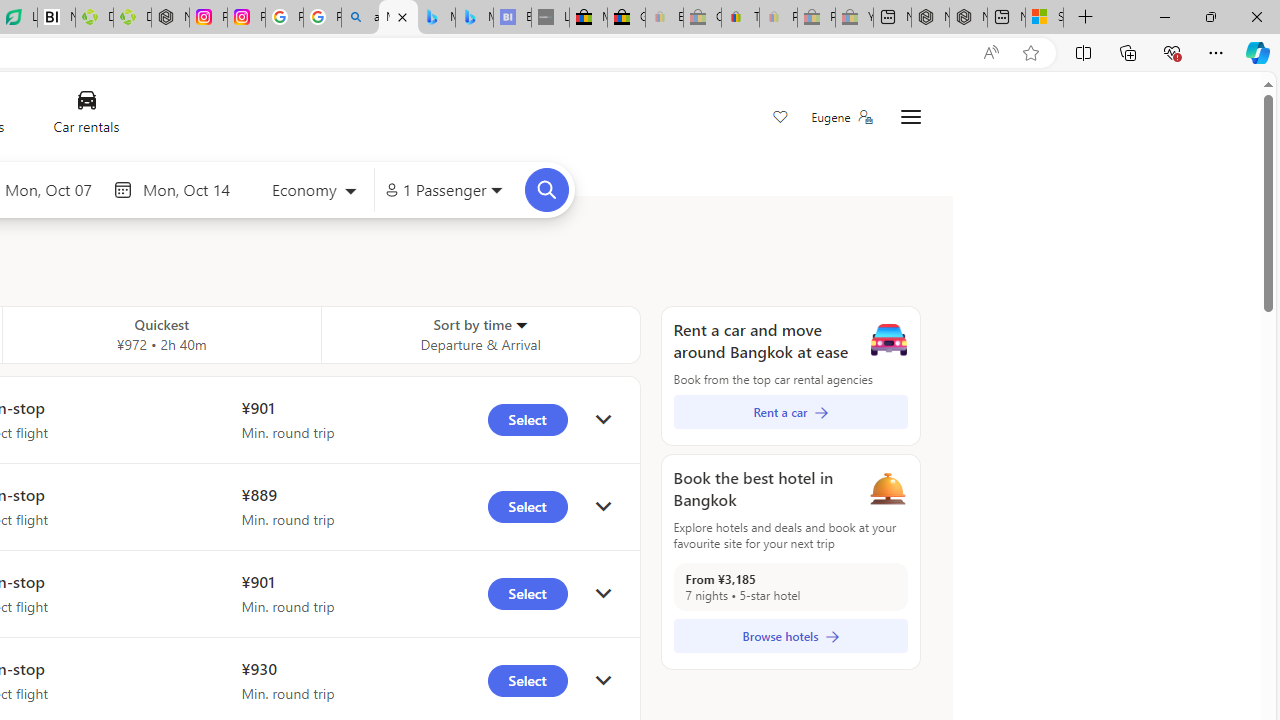  I want to click on 'Threats and offensive language policy | eBay', so click(739, 17).